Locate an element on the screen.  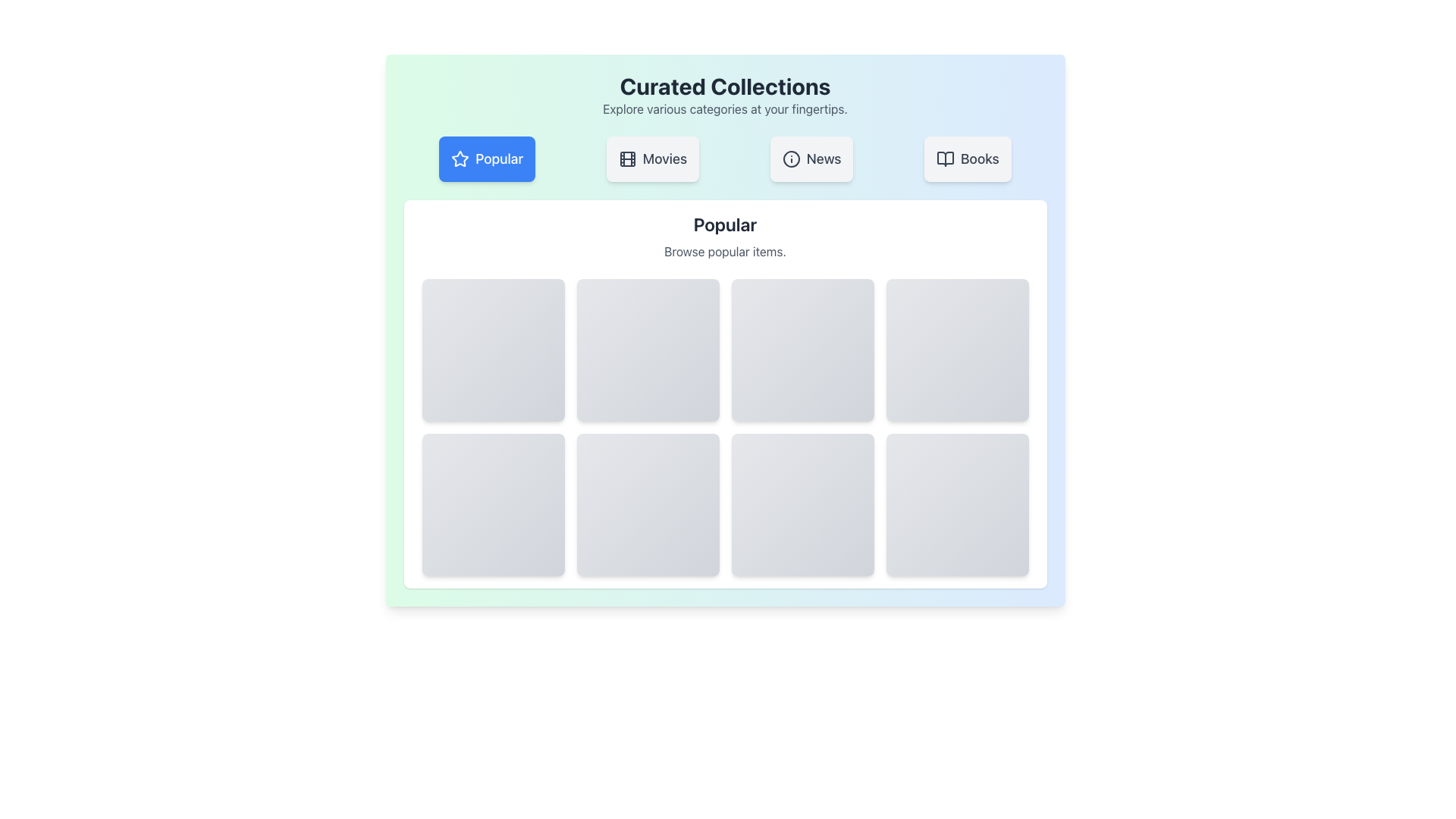
the 'Movies' icon located in the horizontal navigation bar under 'Curated Collections' is located at coordinates (627, 158).